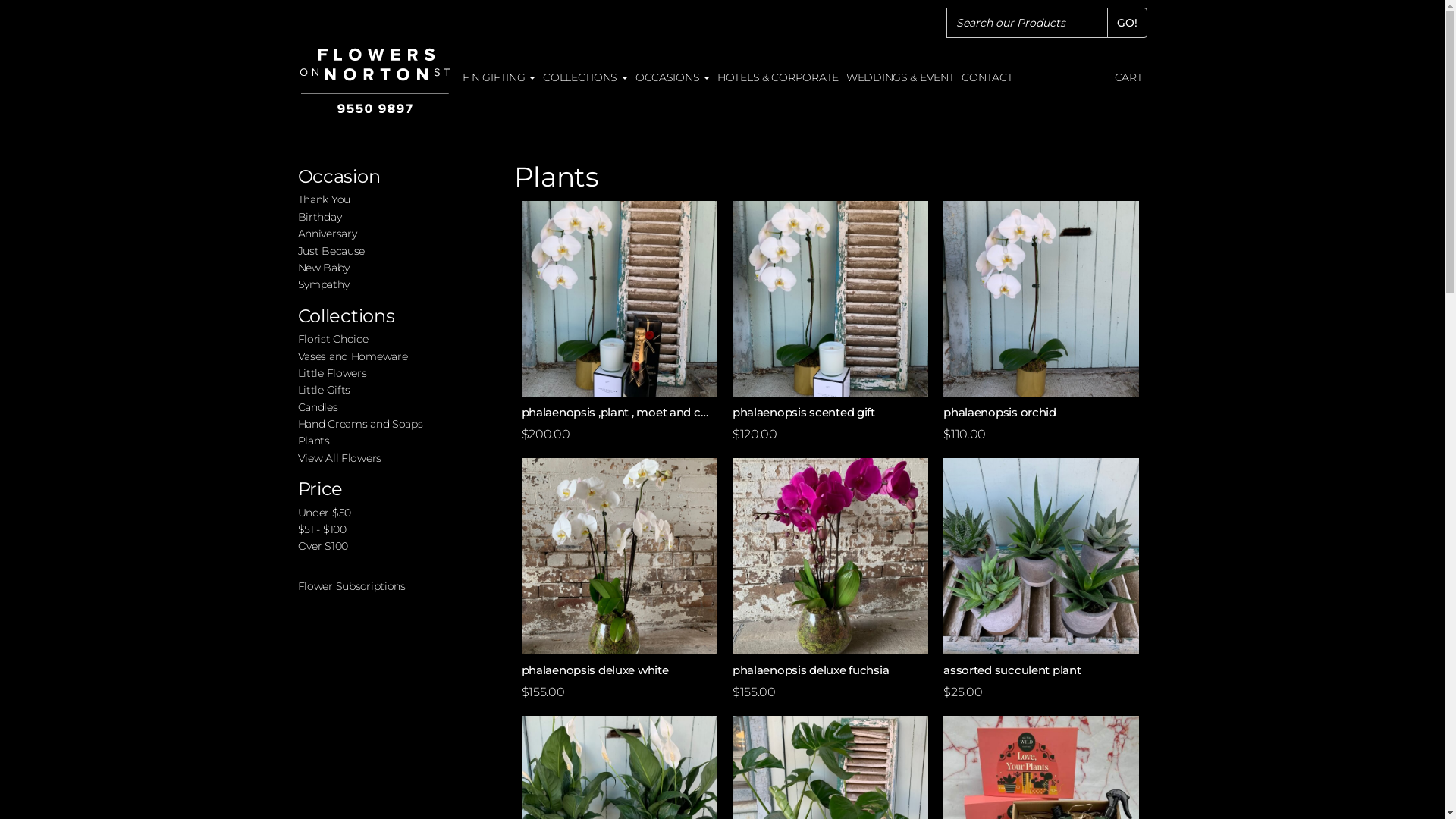  Describe the element at coordinates (322, 198) in the screenshot. I see `'Thank You'` at that location.